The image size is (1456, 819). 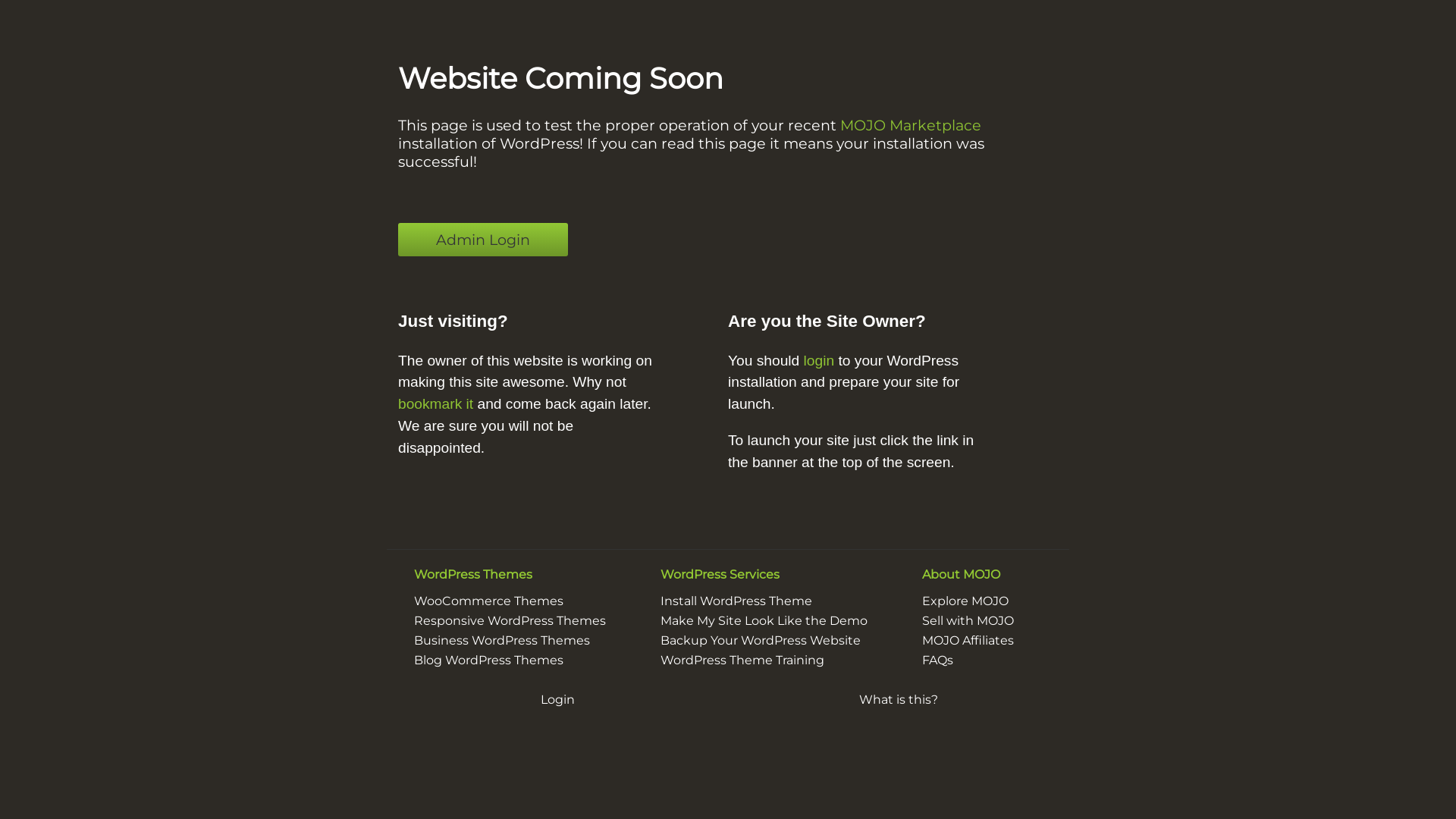 I want to click on 'Responsive WordPress Themes', so click(x=510, y=620).